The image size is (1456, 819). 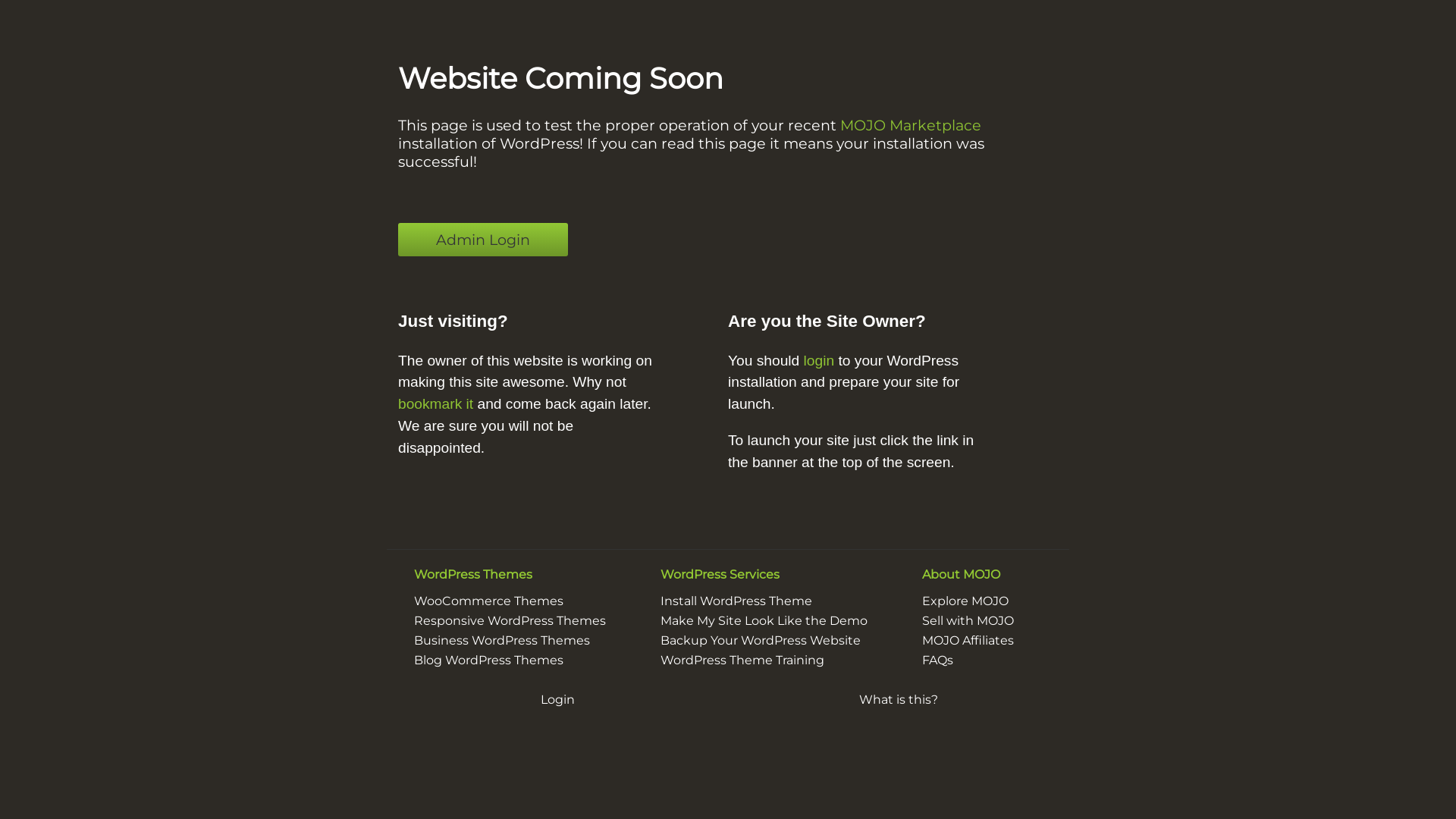 I want to click on 'Responsive WordPress Themes', so click(x=510, y=620).